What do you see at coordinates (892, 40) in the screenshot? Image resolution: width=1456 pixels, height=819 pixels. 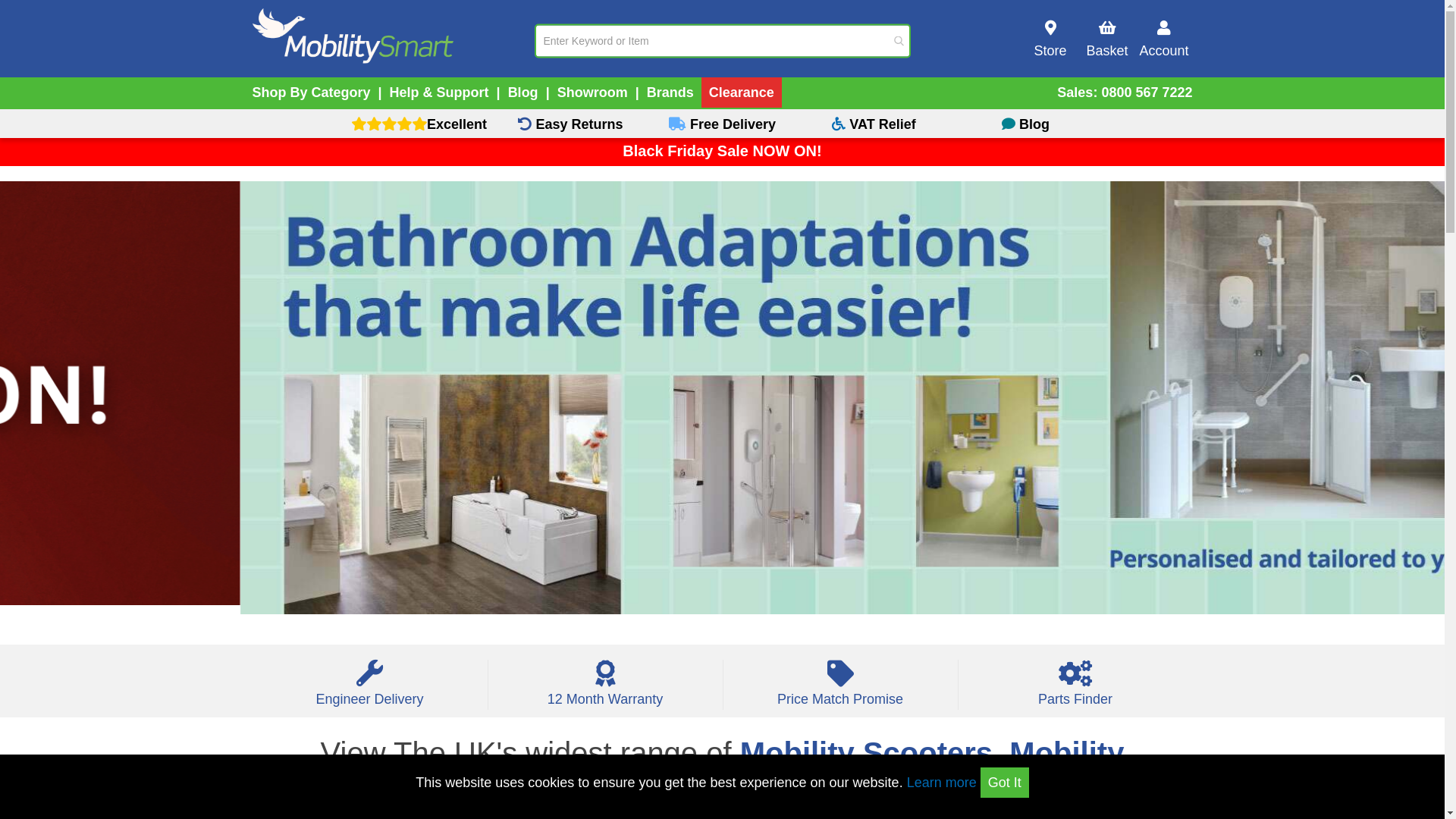 I see `'Search'` at bounding box center [892, 40].